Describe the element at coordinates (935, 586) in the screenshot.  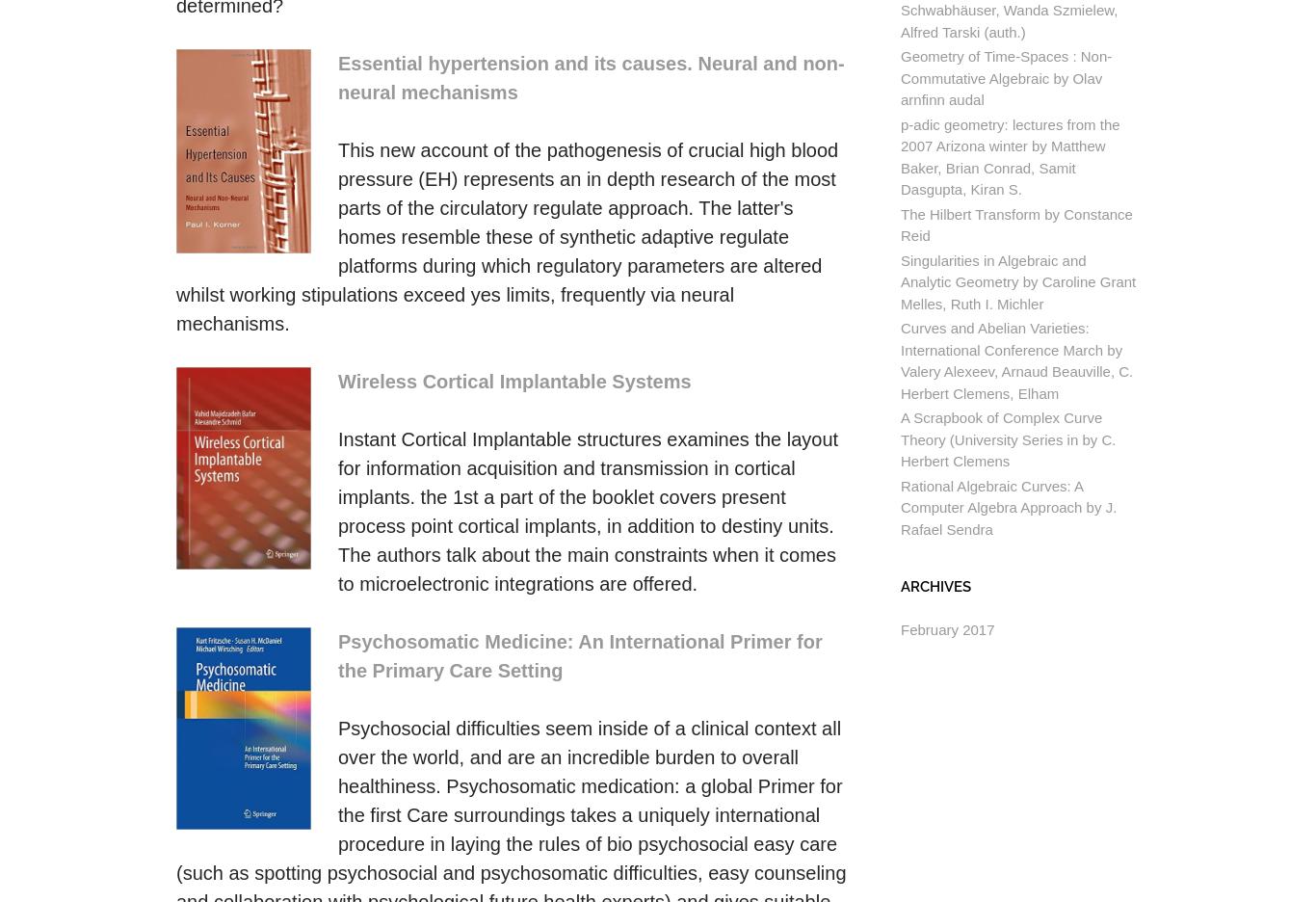
I see `'Archives'` at that location.